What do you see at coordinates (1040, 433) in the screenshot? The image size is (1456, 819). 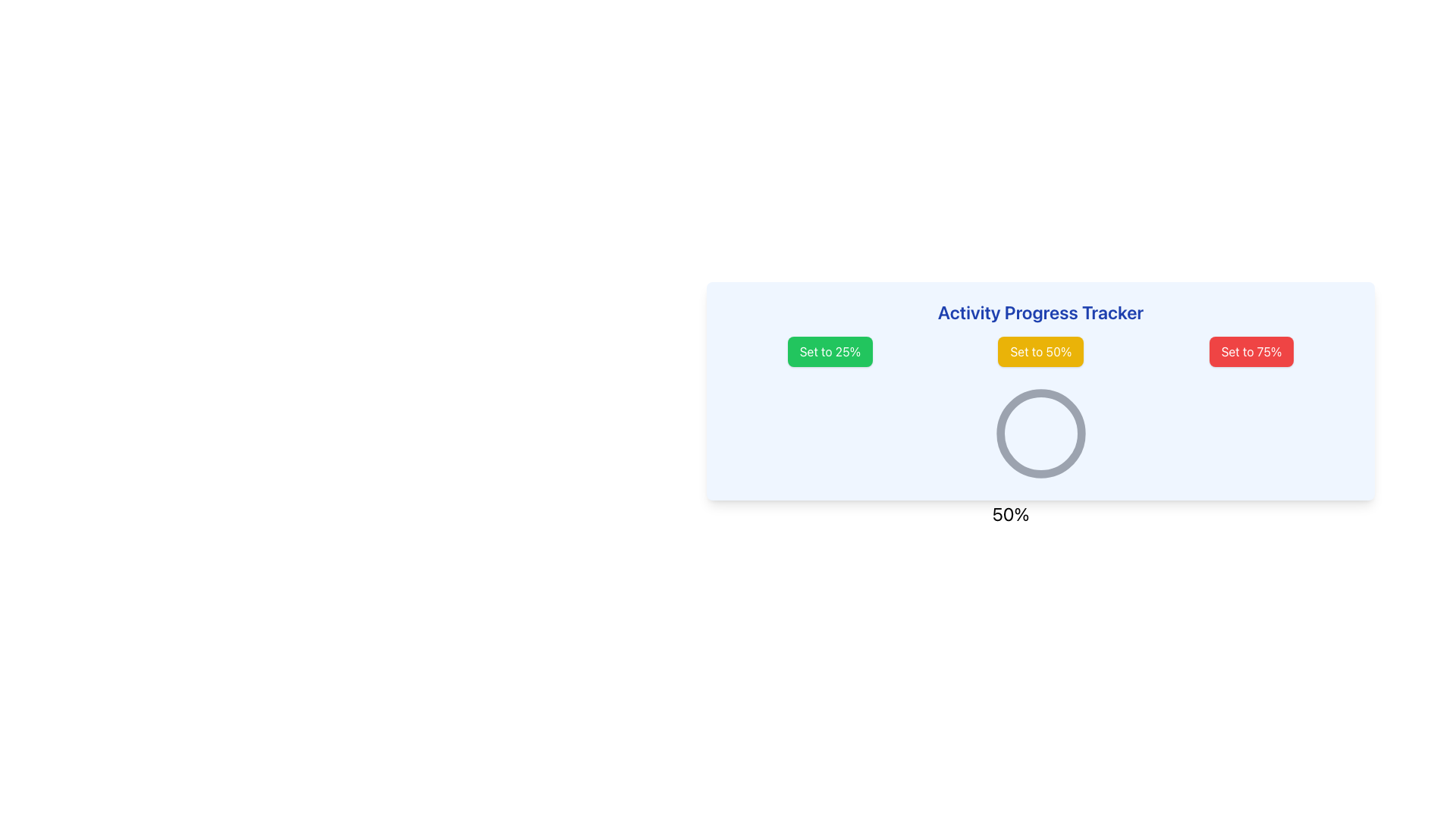 I see `the Circular Progress Indicator located beneath the buttons labeled 'Set to 25%', 'Set to 50%', and 'Set to 75%' in the 'Activity Progress Tracker' section` at bounding box center [1040, 433].